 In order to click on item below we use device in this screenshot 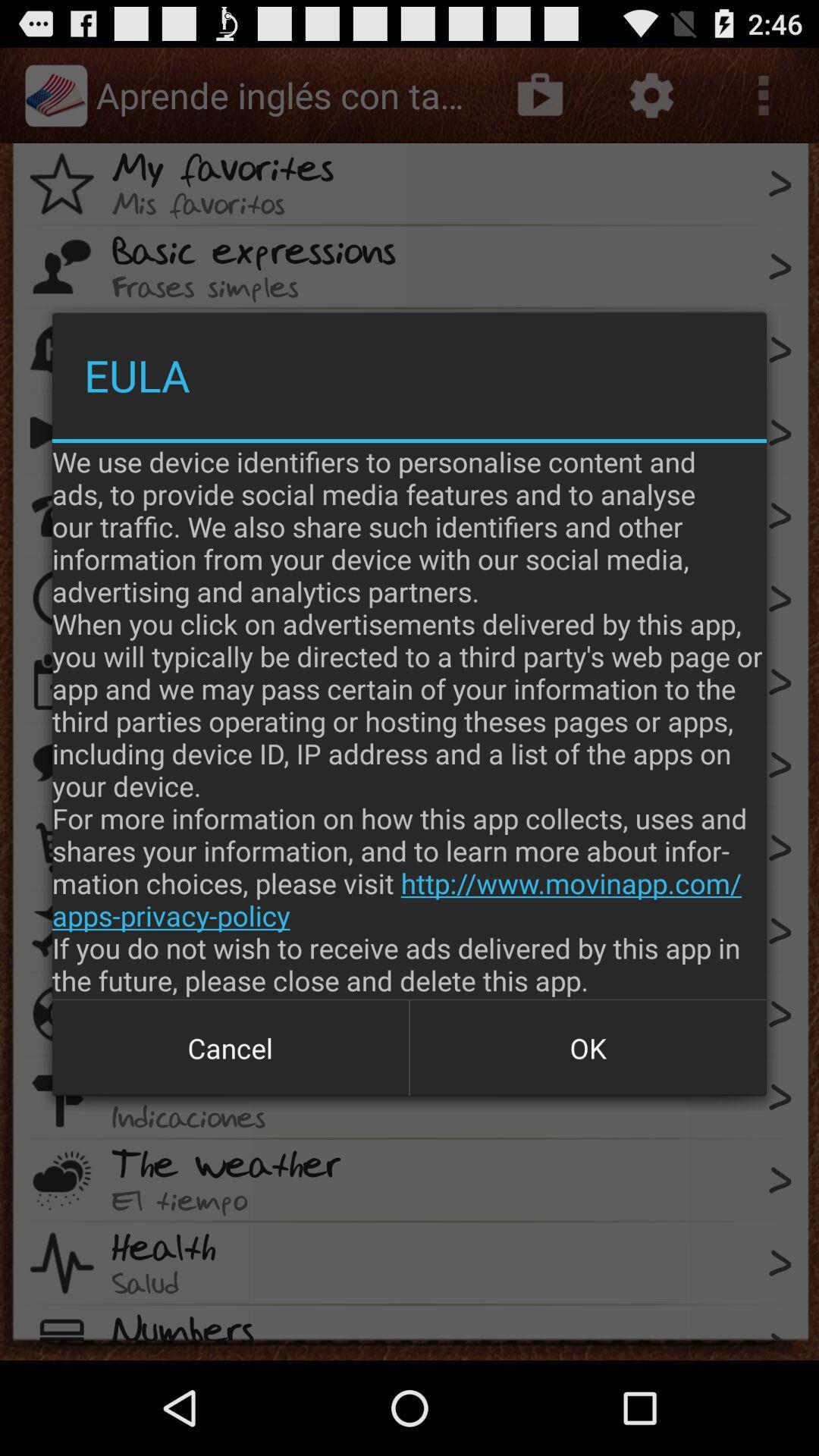, I will do `click(587, 1047)`.